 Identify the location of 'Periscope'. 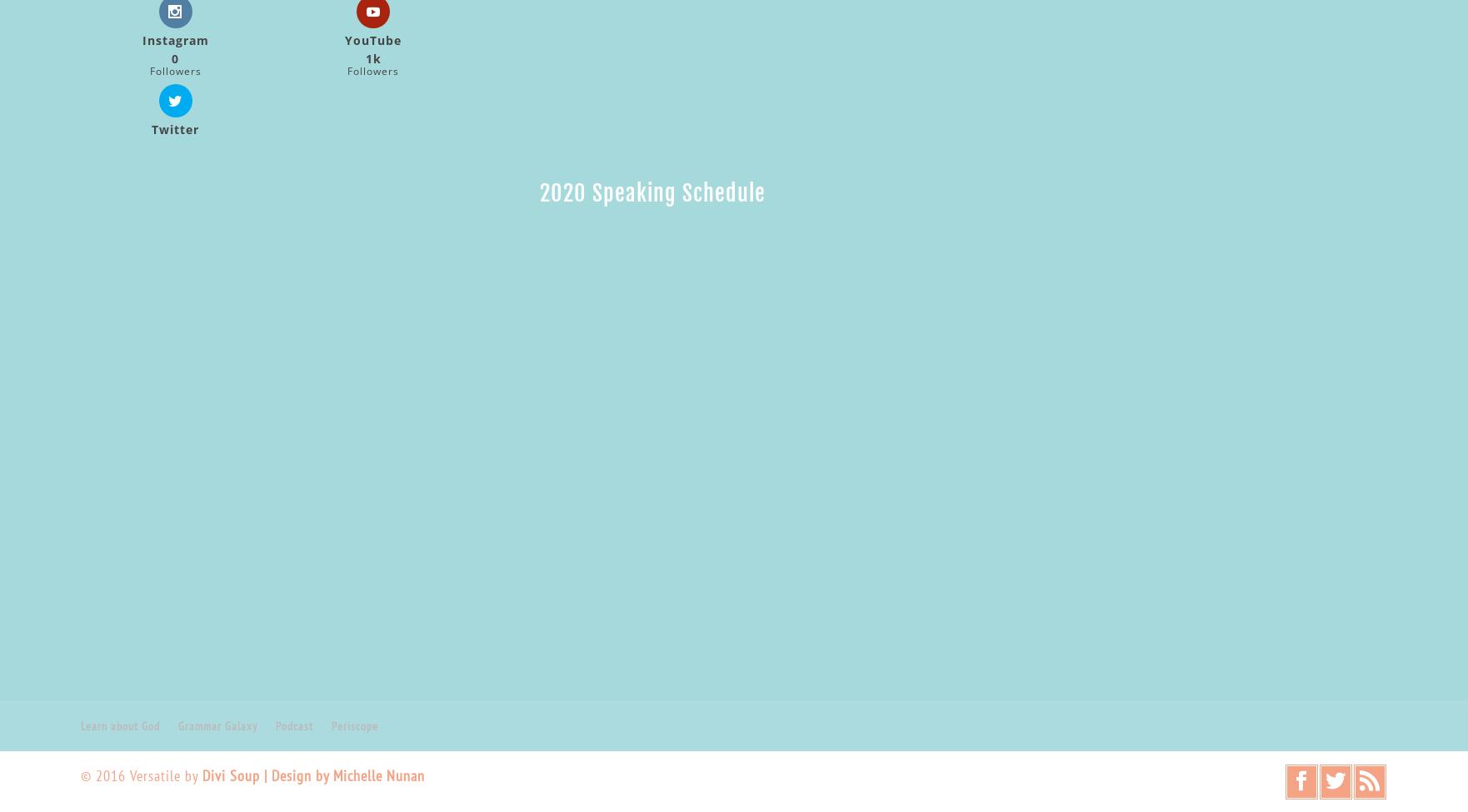
(353, 725).